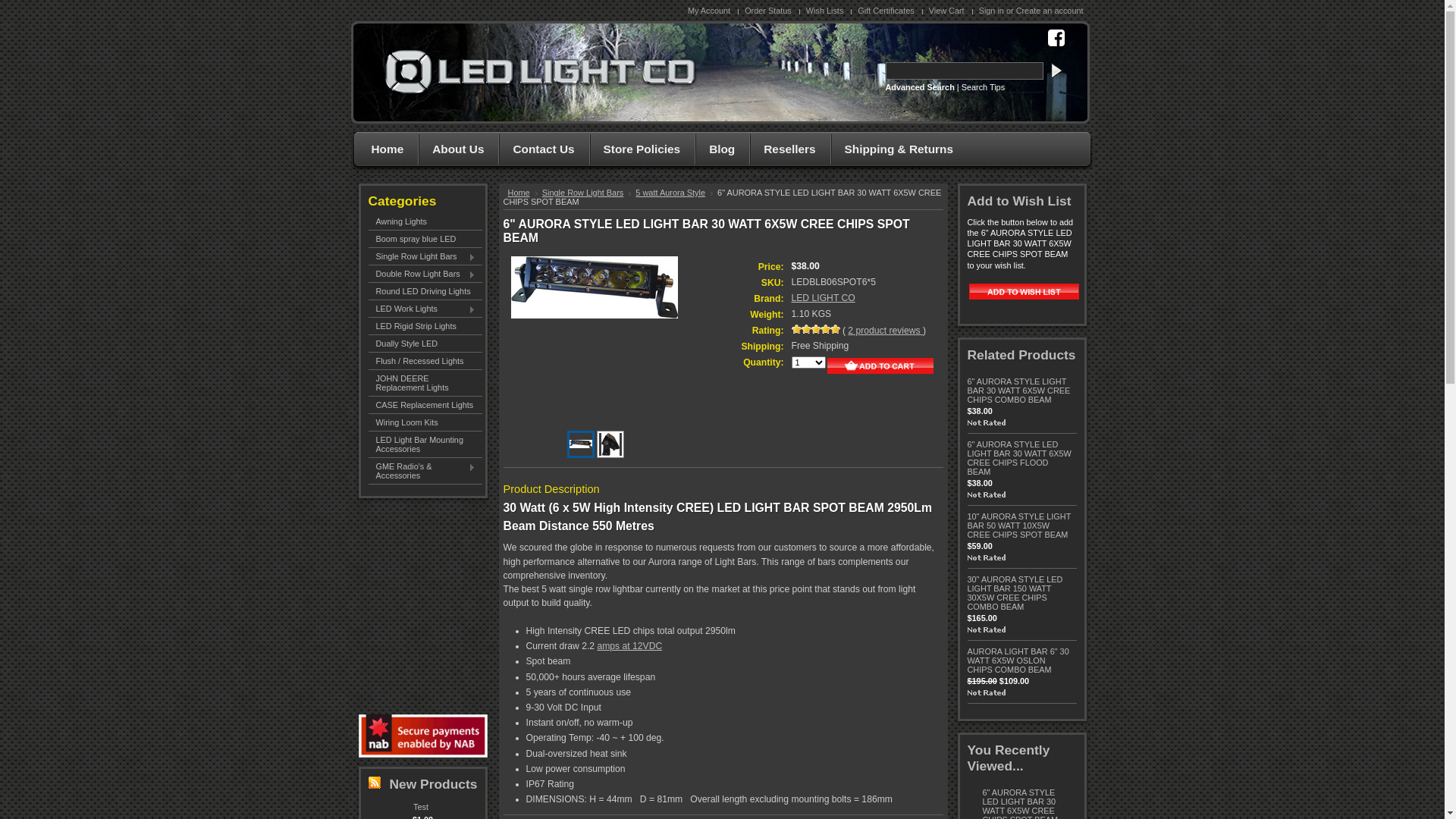 The height and width of the screenshot is (819, 1456). What do you see at coordinates (425, 239) in the screenshot?
I see `'Boom spray blue LED'` at bounding box center [425, 239].